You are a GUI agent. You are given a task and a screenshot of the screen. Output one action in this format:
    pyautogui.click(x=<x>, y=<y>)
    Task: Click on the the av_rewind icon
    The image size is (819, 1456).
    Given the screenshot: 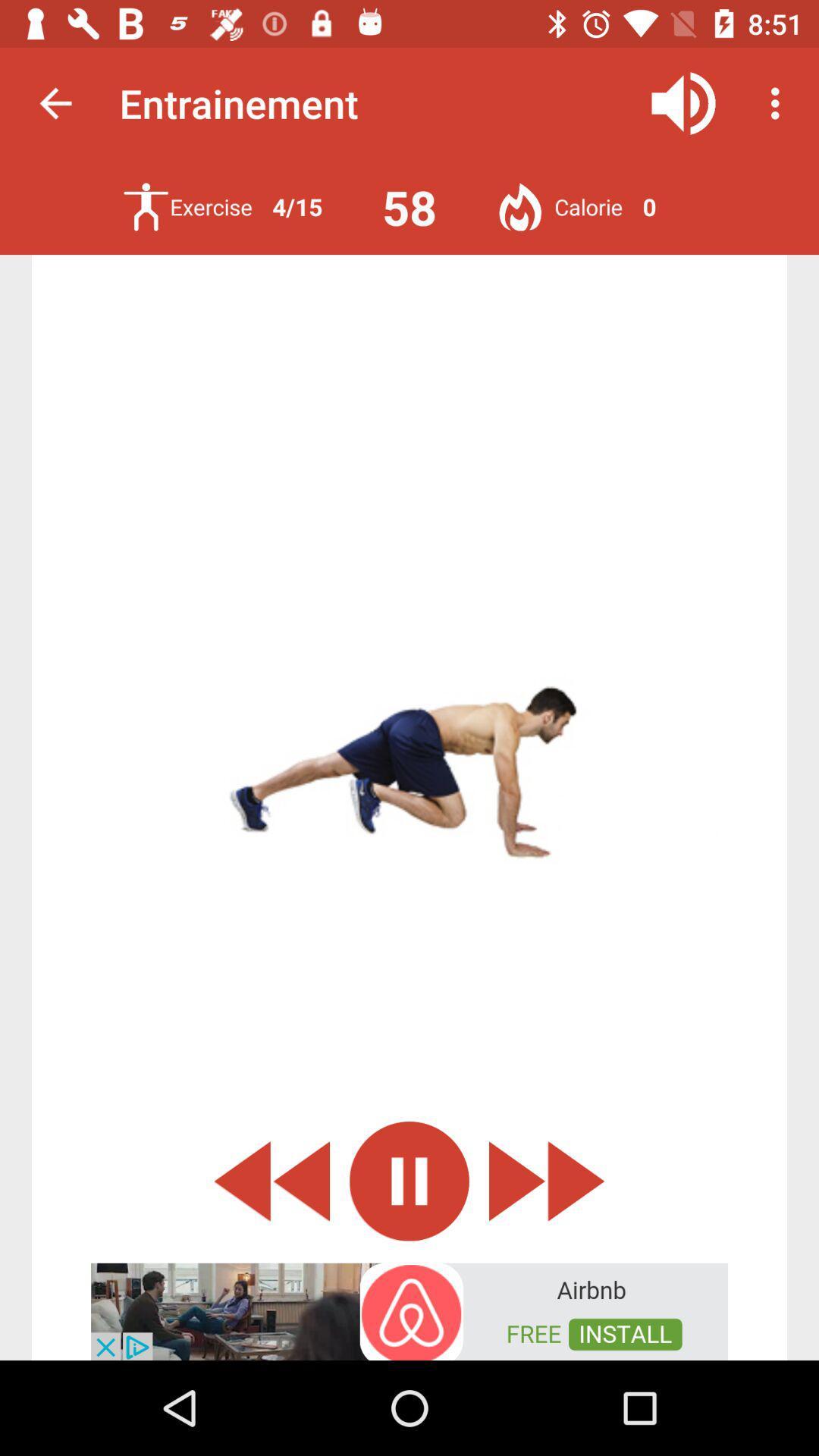 What is the action you would take?
    pyautogui.click(x=271, y=1180)
    